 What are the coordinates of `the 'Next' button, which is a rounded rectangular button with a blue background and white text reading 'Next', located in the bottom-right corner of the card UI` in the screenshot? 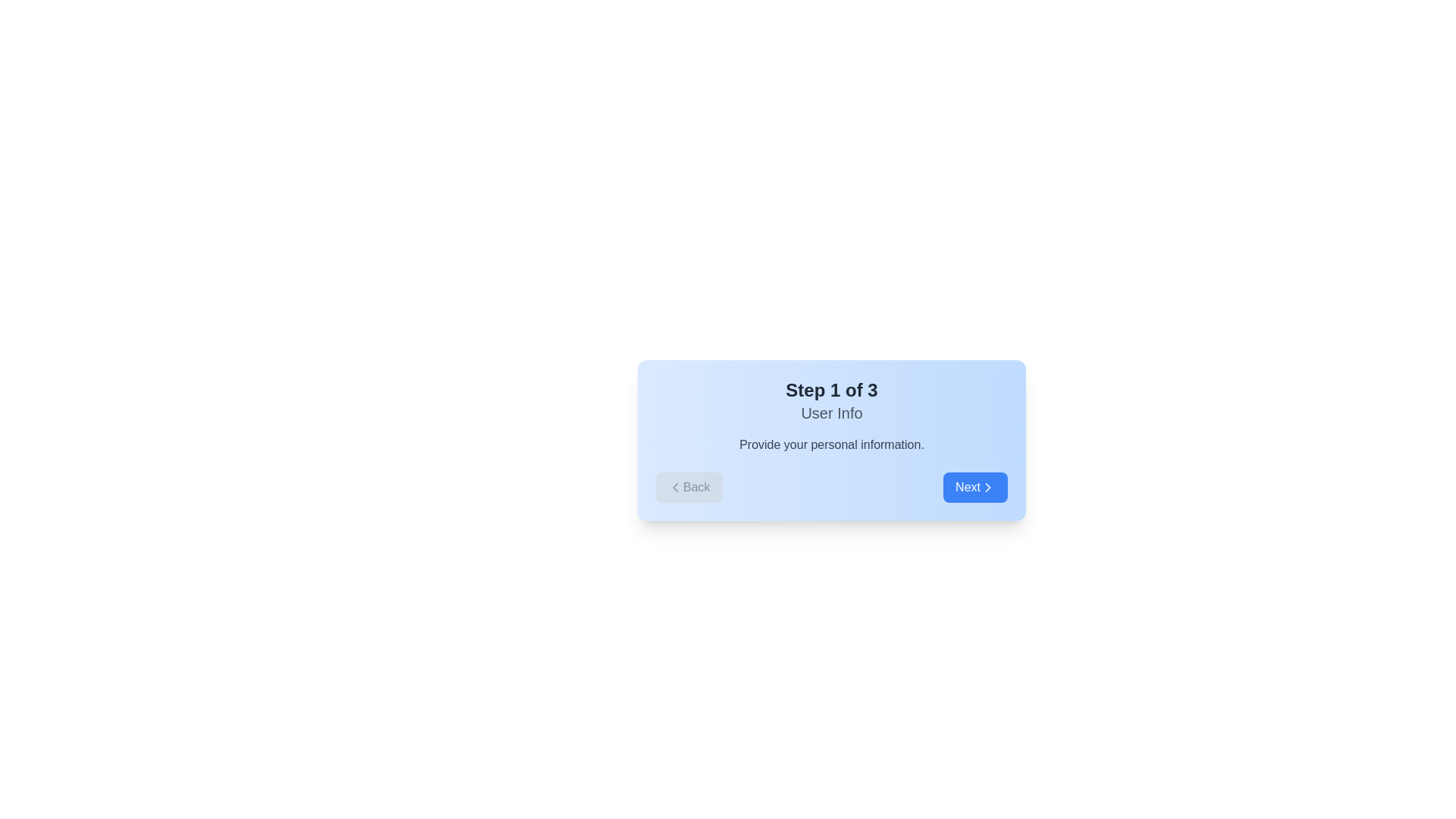 It's located at (975, 488).